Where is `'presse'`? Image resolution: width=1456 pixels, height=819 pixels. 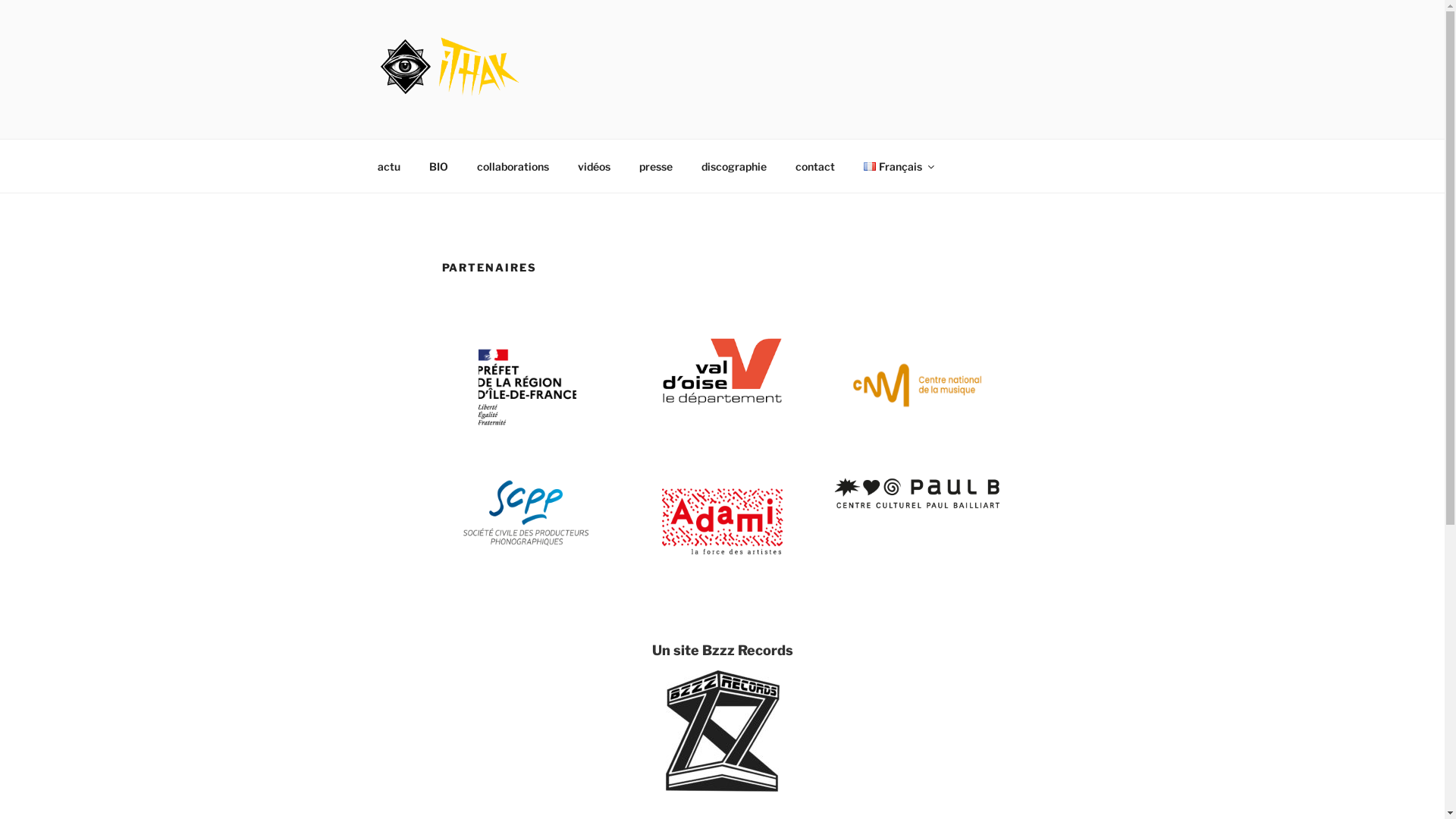
'presse' is located at coordinates (656, 165).